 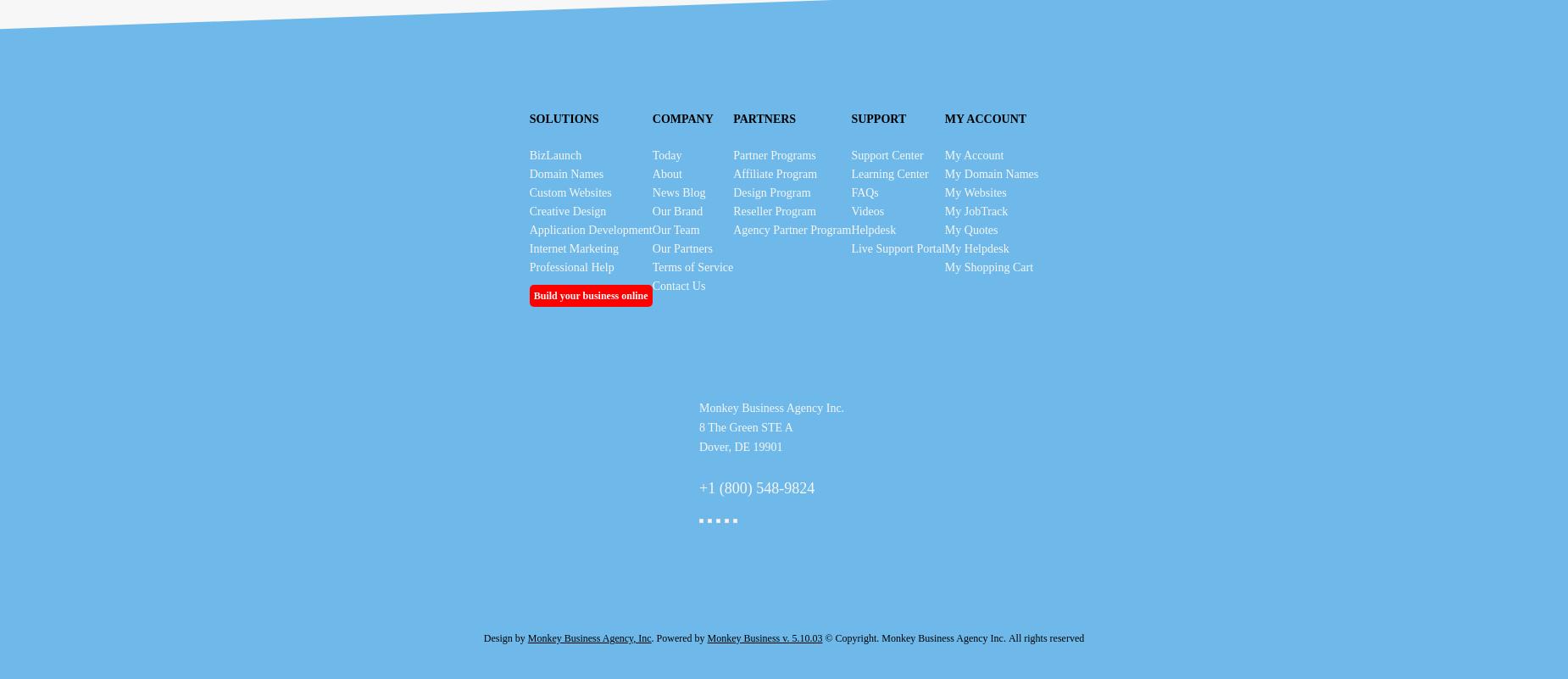 What do you see at coordinates (975, 211) in the screenshot?
I see `'My JobTrack'` at bounding box center [975, 211].